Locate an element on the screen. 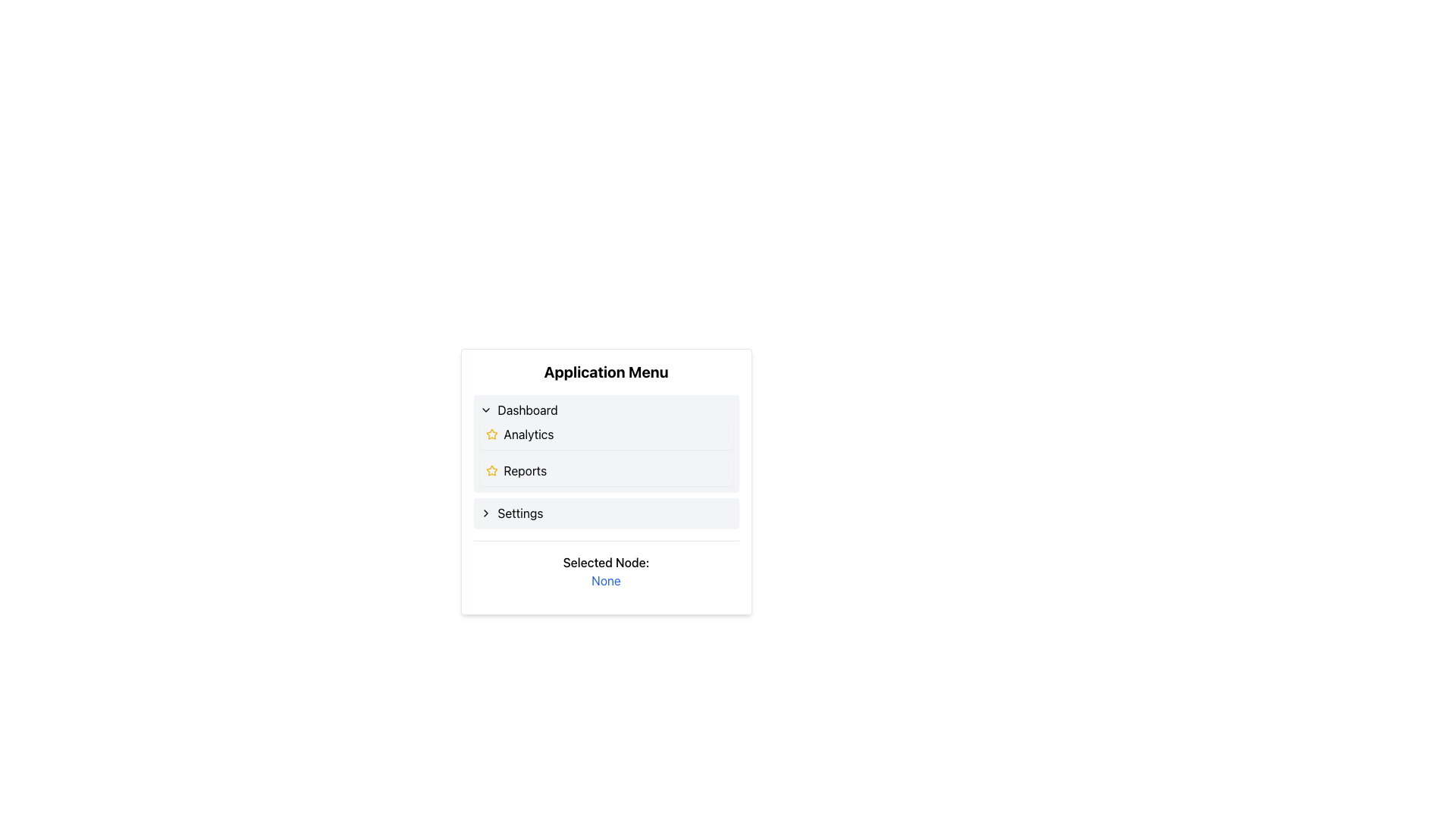 This screenshot has height=819, width=1456. the star icon located to the left of the 'Reports' label in the second row of the menu is located at coordinates (491, 470).